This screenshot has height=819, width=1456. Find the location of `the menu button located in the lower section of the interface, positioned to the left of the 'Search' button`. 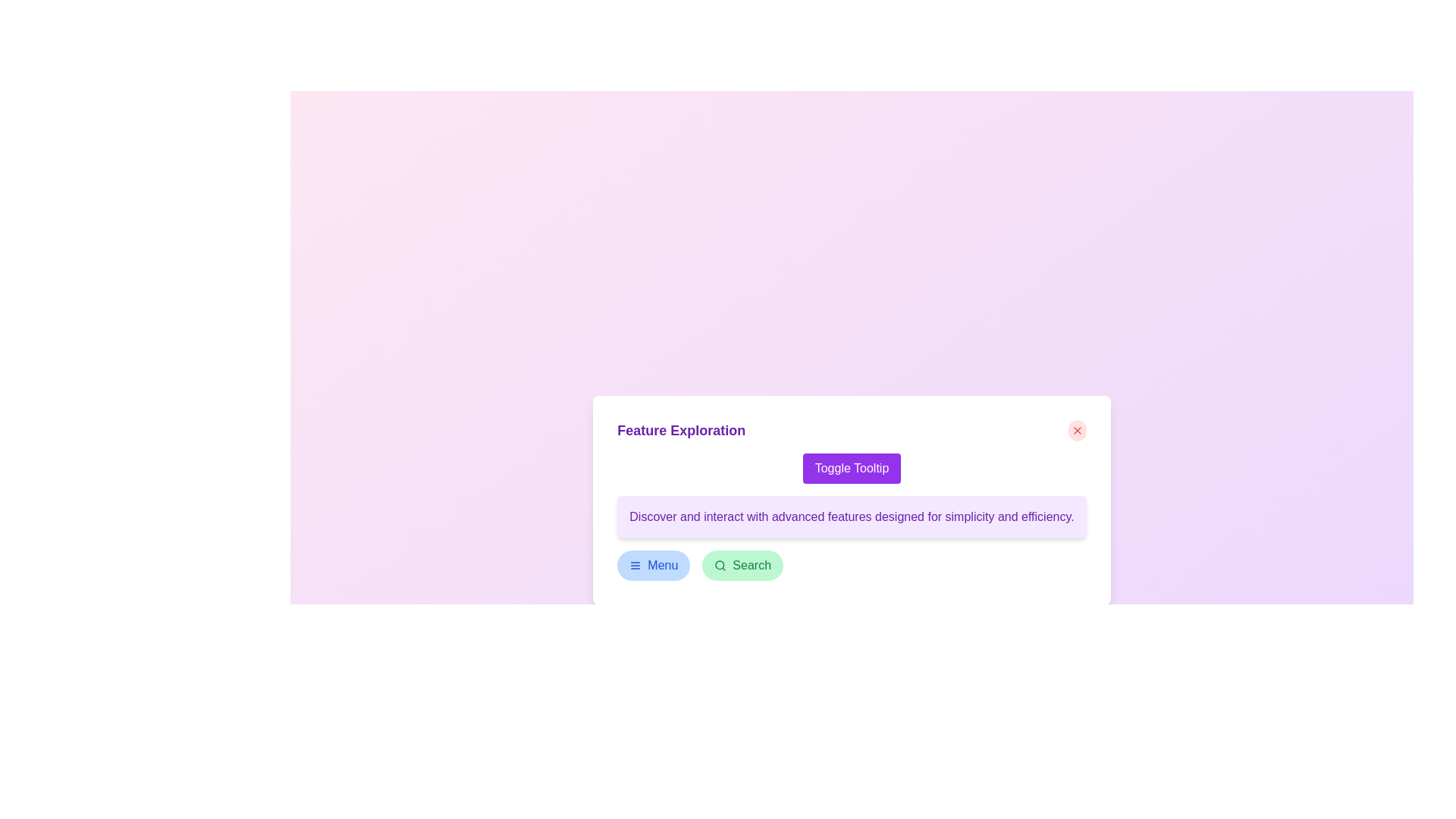

the menu button located in the lower section of the interface, positioned to the left of the 'Search' button is located at coordinates (654, 565).